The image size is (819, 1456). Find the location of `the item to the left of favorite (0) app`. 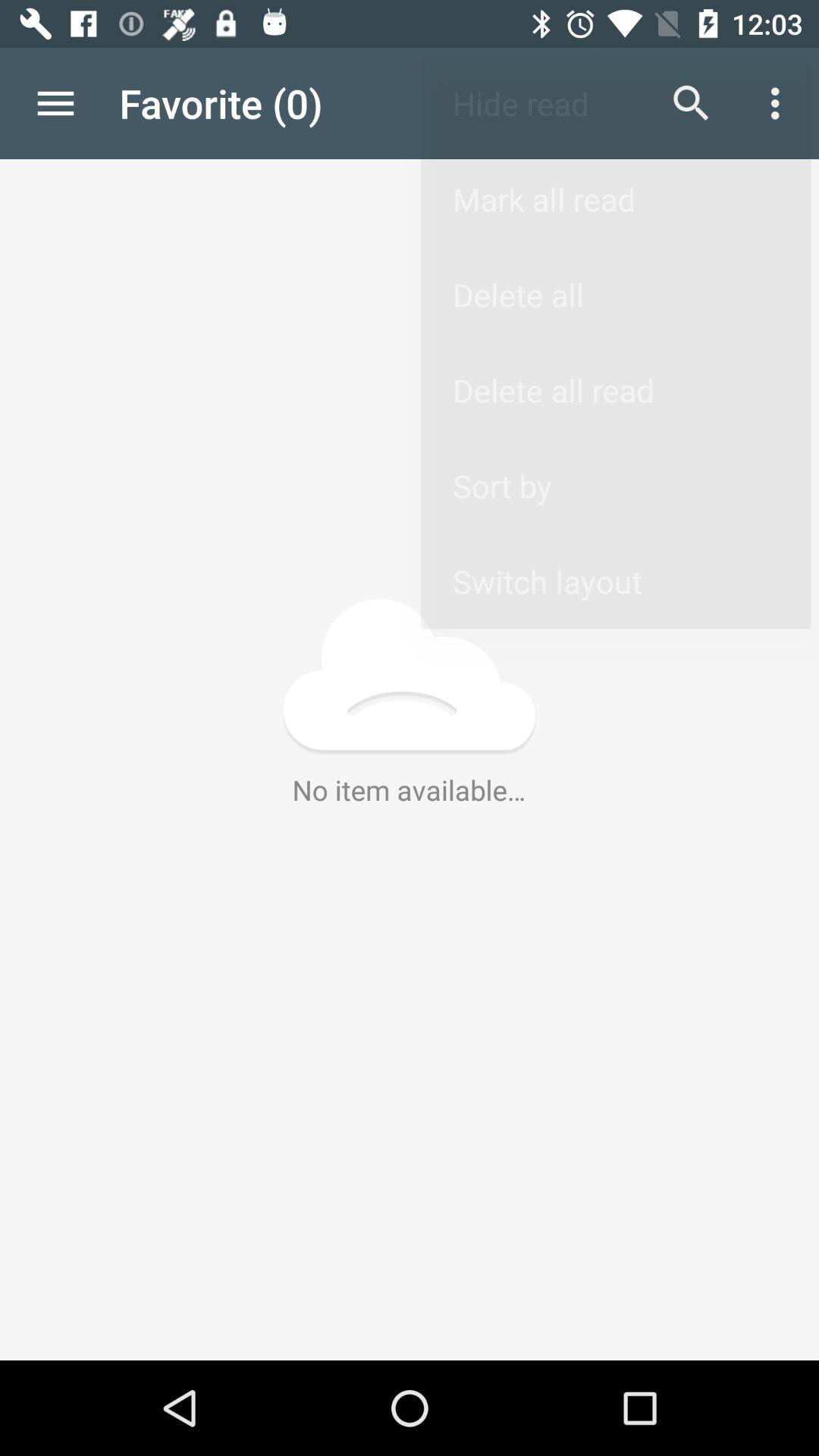

the item to the left of favorite (0) app is located at coordinates (55, 102).